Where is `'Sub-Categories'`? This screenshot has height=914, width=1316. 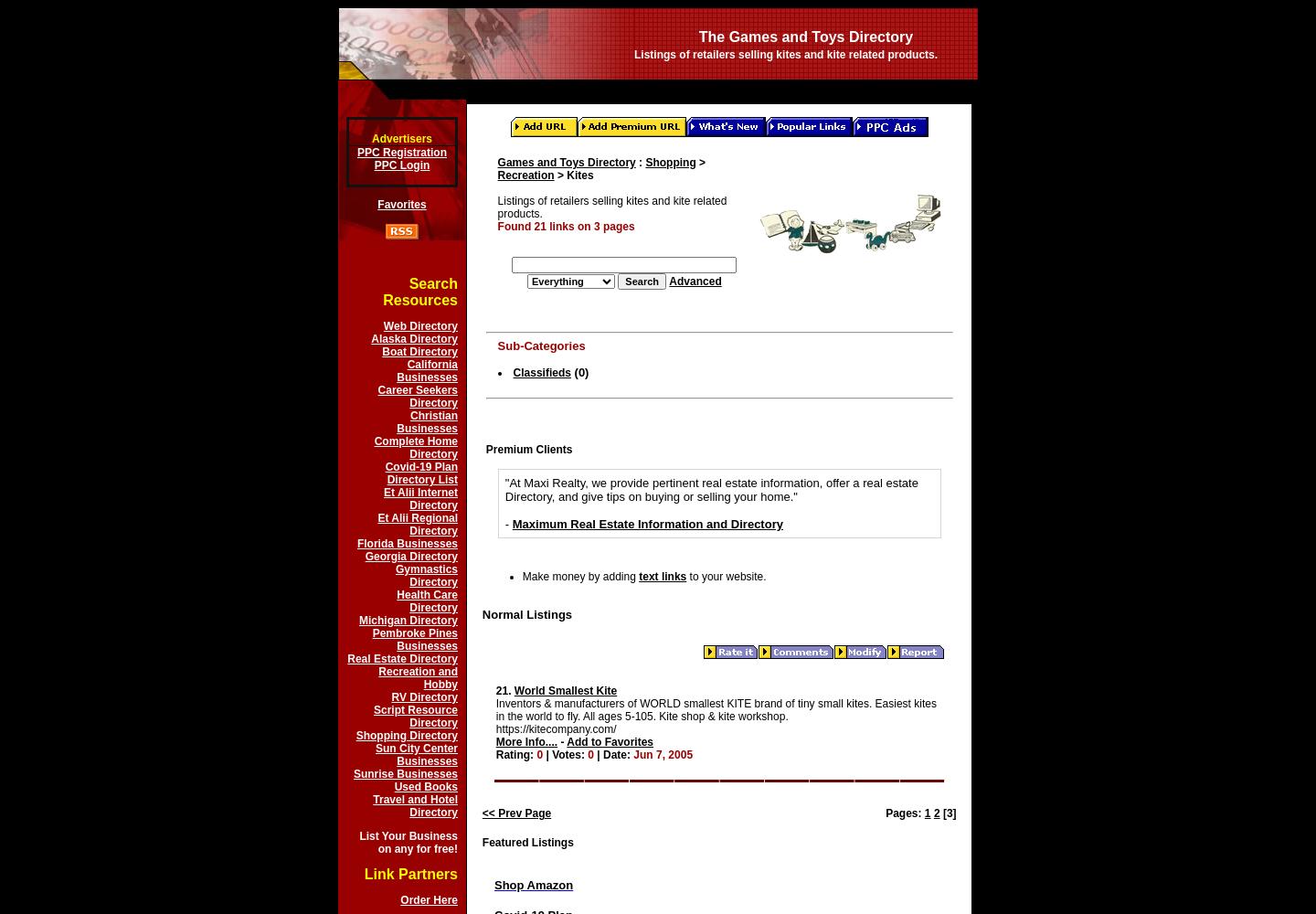 'Sub-Categories' is located at coordinates (540, 345).